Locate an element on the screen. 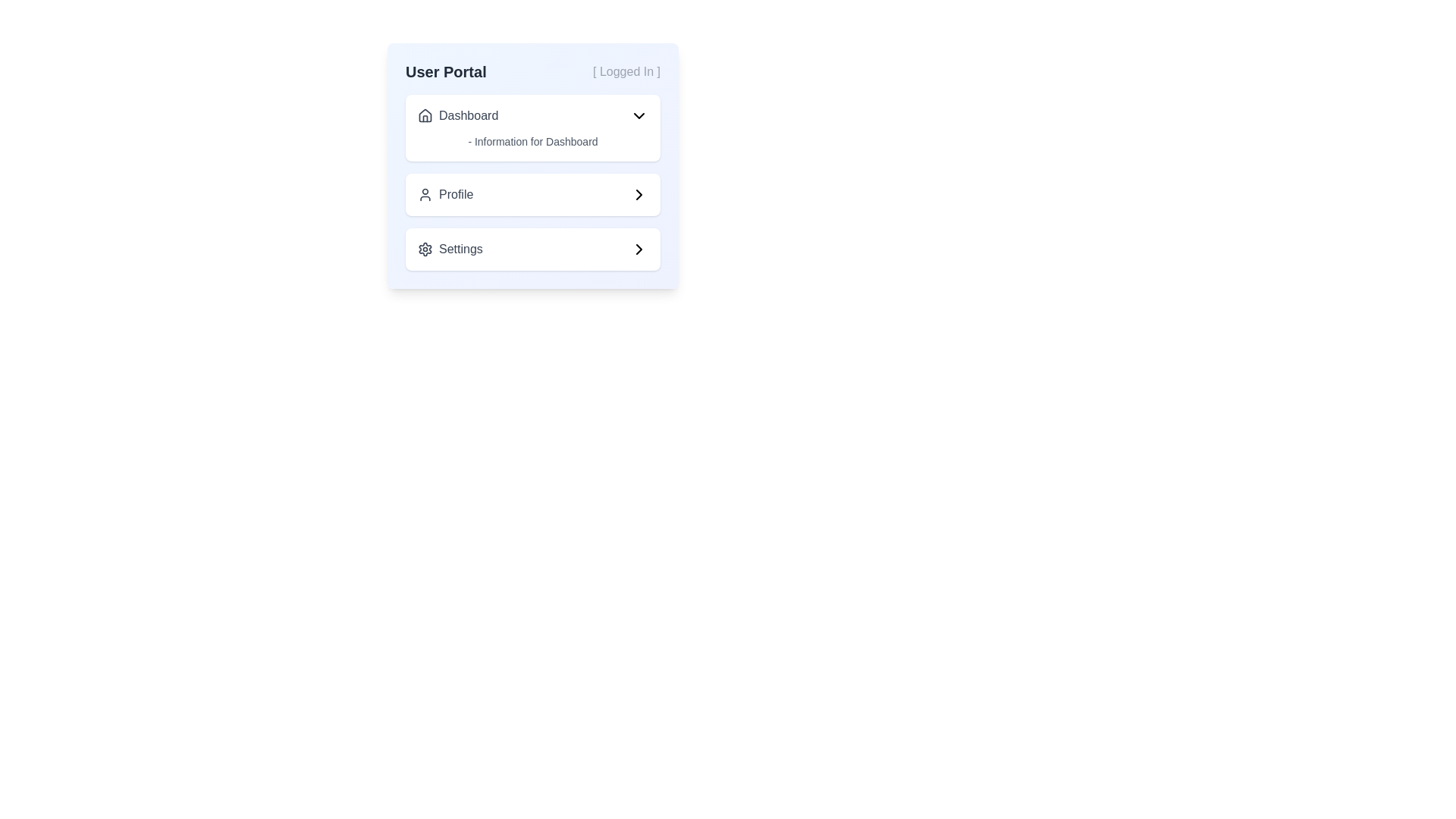  the house roof icon located in the 'Dashboard' menu option of the navigation menu is located at coordinates (425, 114).